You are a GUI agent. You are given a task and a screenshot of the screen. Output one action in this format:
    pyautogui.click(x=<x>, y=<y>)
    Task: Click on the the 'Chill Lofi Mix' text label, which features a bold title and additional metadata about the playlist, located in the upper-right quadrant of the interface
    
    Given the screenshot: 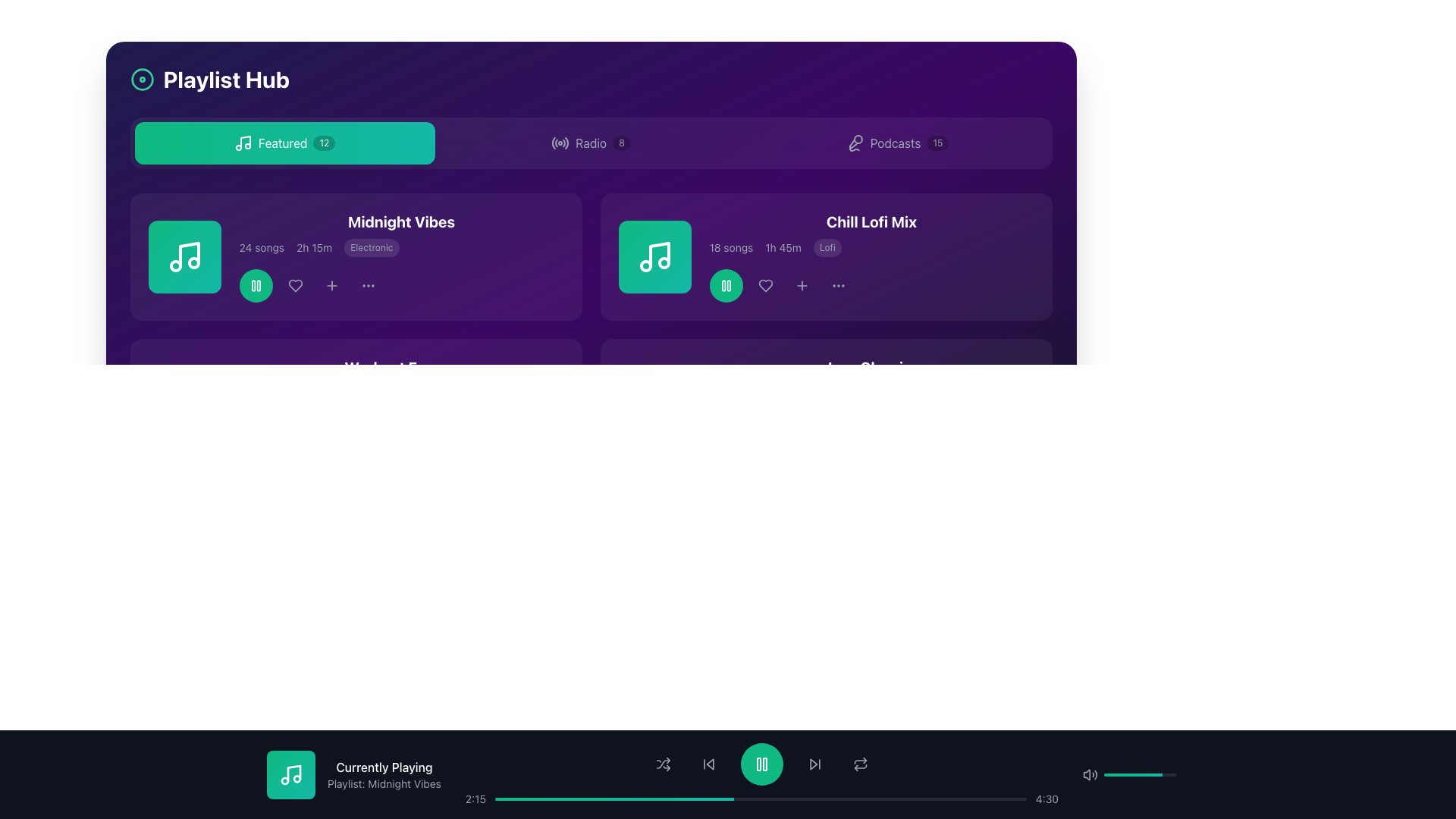 What is the action you would take?
    pyautogui.click(x=825, y=256)
    